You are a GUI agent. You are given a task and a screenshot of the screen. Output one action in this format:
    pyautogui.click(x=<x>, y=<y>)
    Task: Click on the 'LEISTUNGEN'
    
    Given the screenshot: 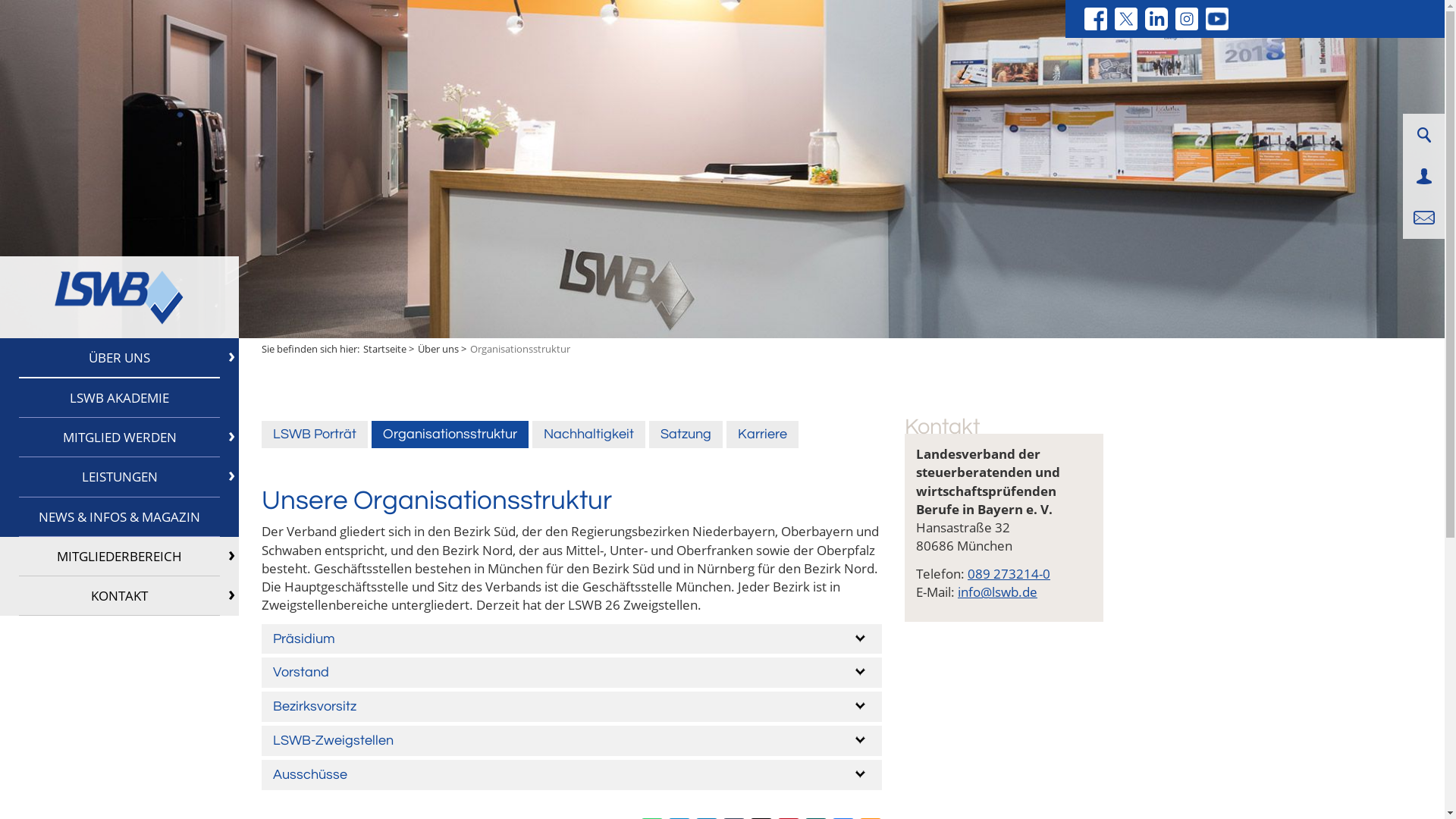 What is the action you would take?
    pyautogui.click(x=118, y=475)
    